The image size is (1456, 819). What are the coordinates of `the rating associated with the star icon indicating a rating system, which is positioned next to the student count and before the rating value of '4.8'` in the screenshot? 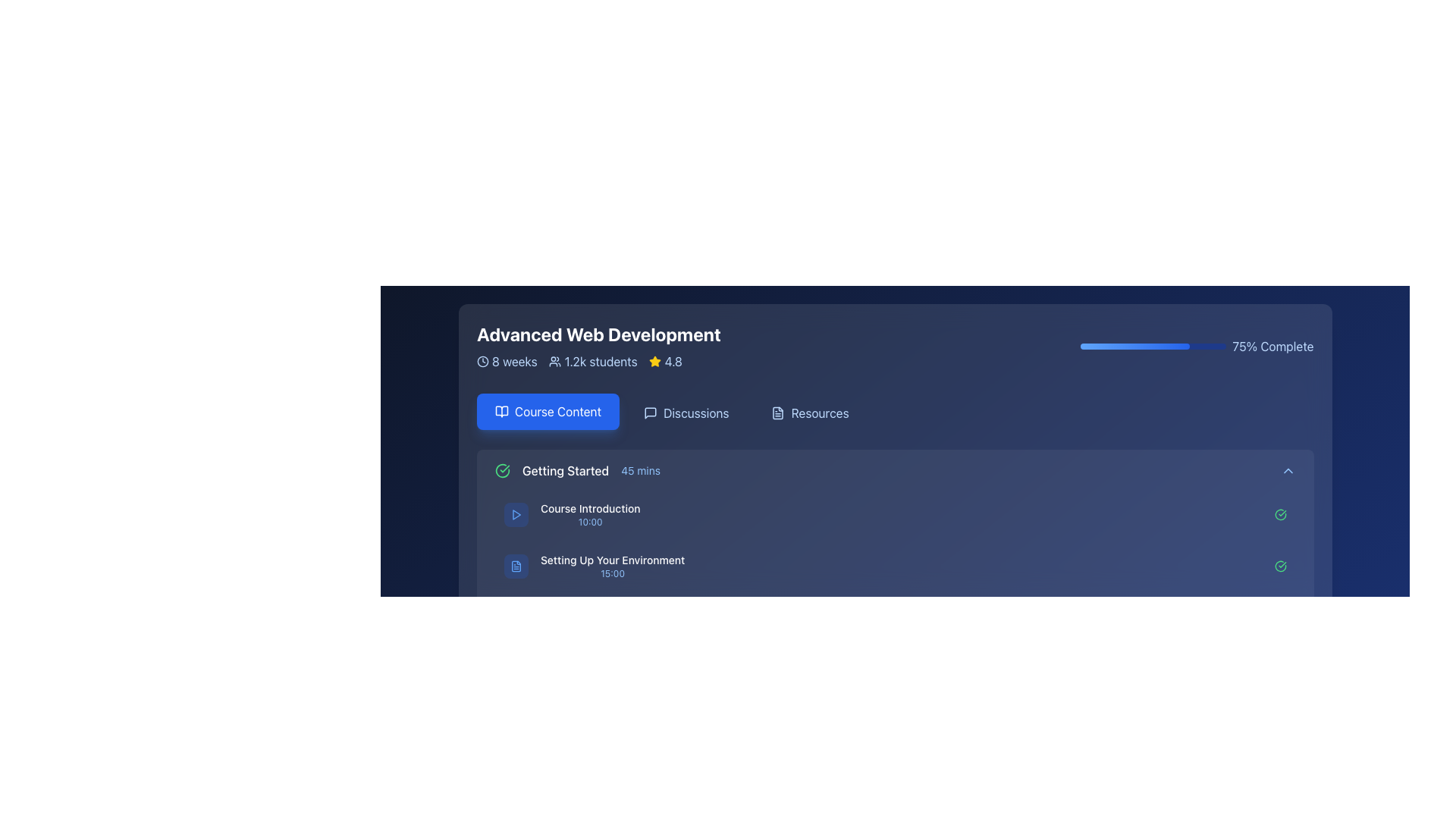 It's located at (655, 361).